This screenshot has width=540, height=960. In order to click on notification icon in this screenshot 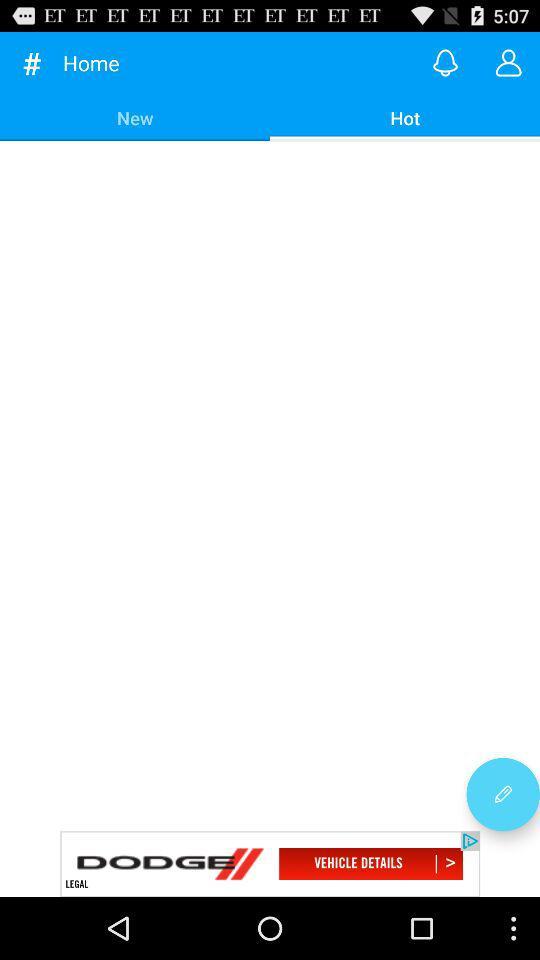, I will do `click(445, 62)`.